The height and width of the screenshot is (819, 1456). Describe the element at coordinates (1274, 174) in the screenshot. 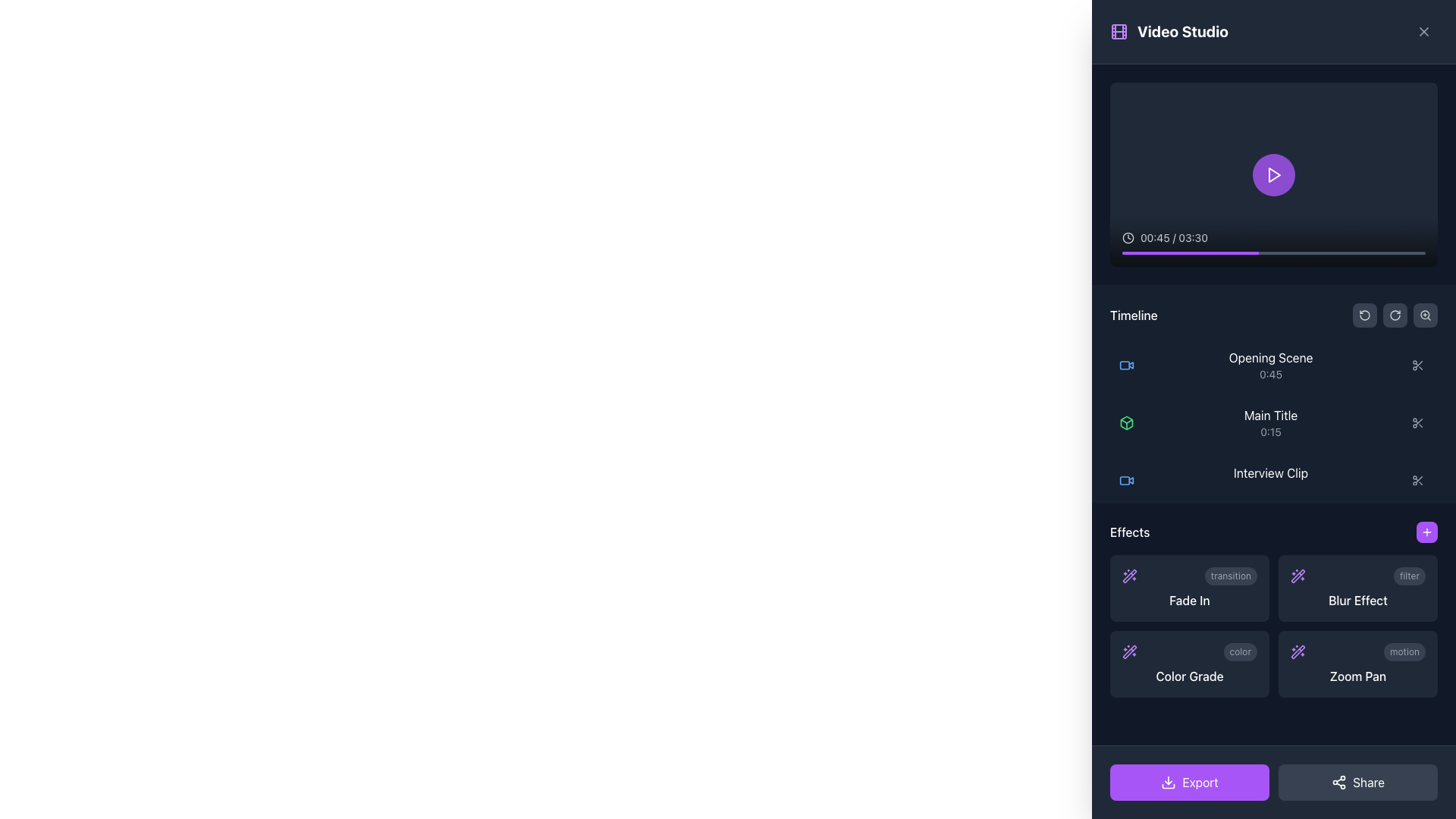

I see `the triangular play button icon with a white outline on a purple circular background located at the top center of the video player` at that location.